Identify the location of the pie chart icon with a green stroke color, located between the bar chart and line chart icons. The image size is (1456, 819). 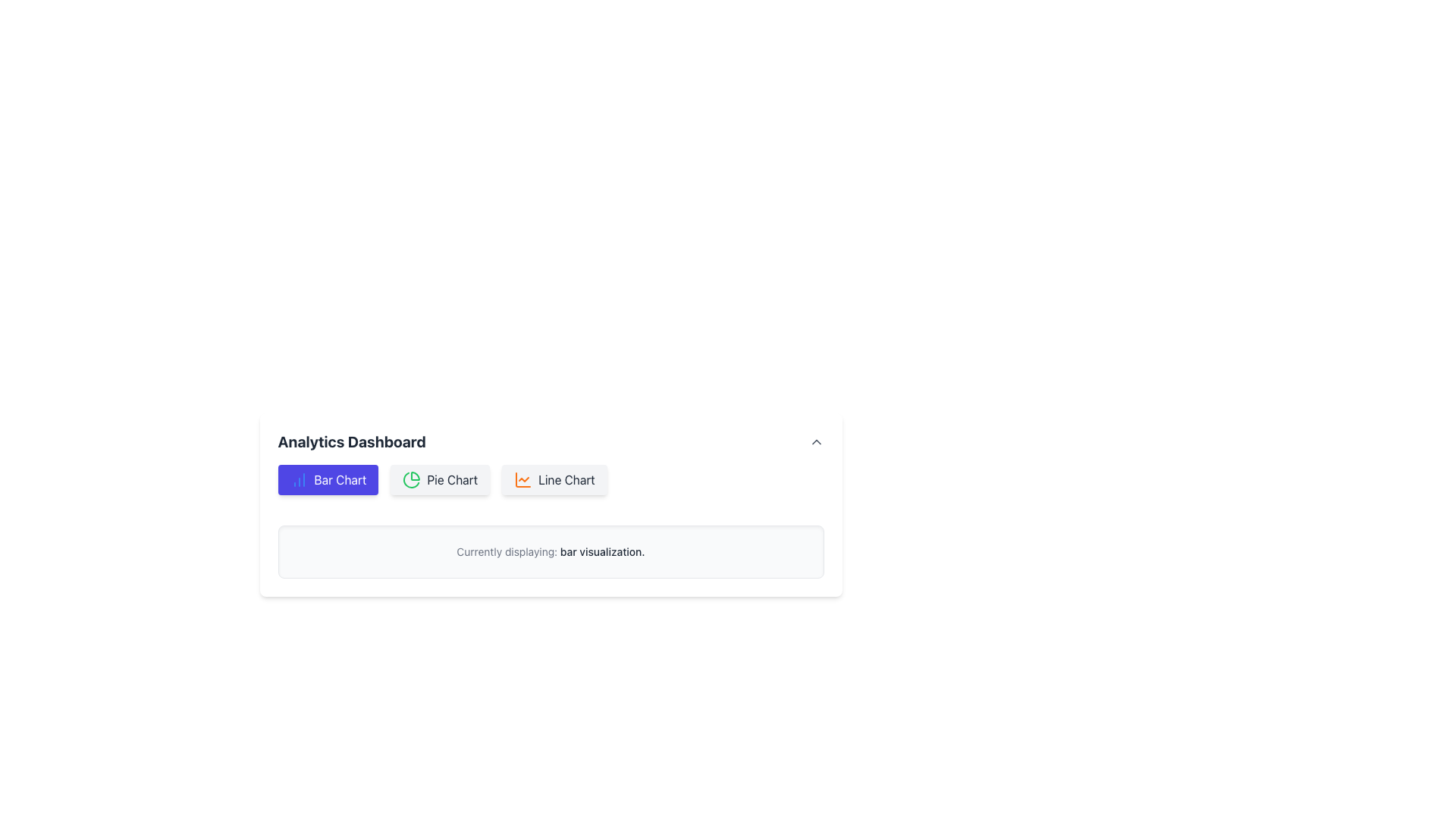
(411, 480).